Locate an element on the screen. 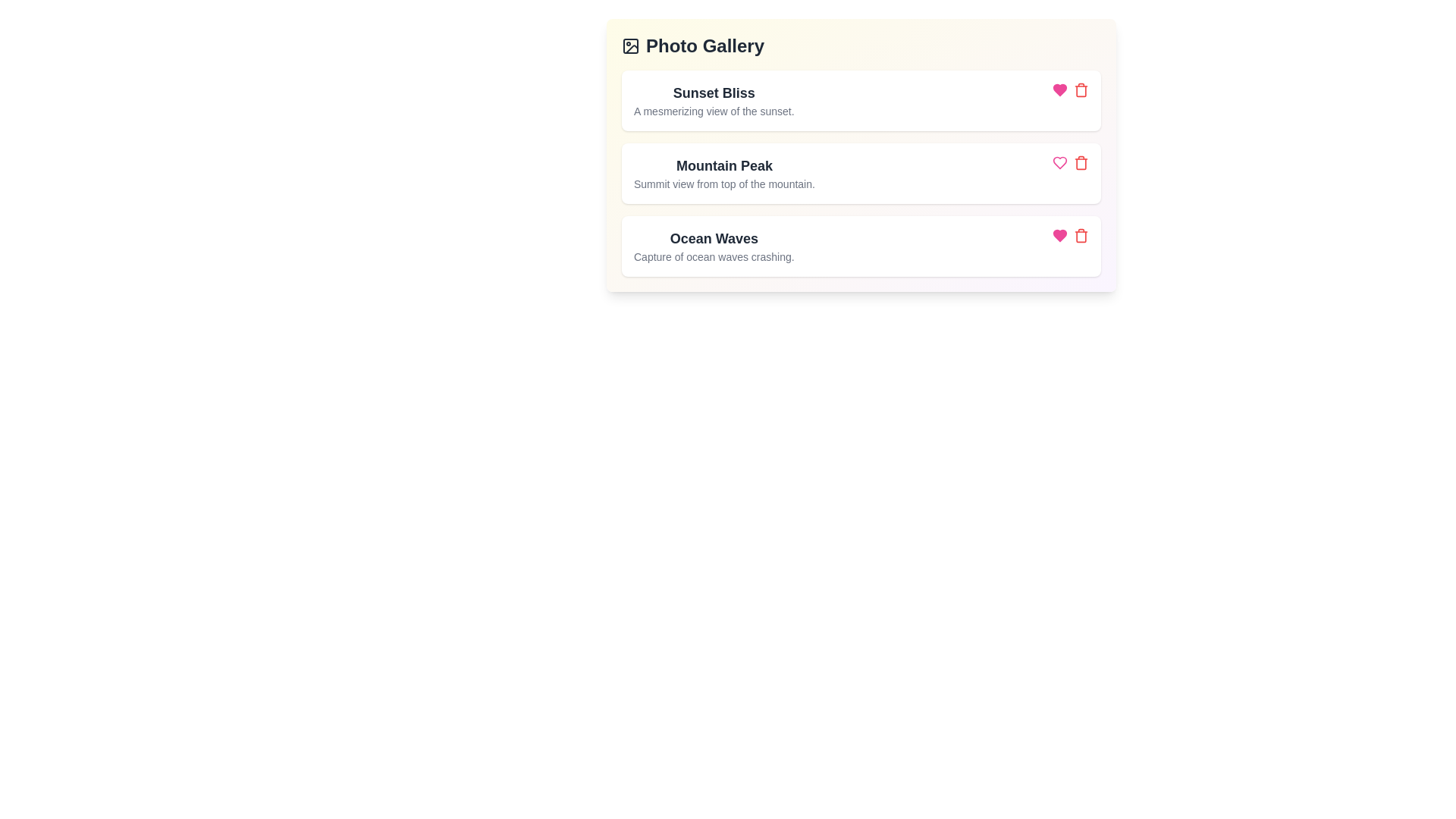 Image resolution: width=1456 pixels, height=819 pixels. the delete button corresponding to the photo titled Sunset Bliss is located at coordinates (1080, 90).